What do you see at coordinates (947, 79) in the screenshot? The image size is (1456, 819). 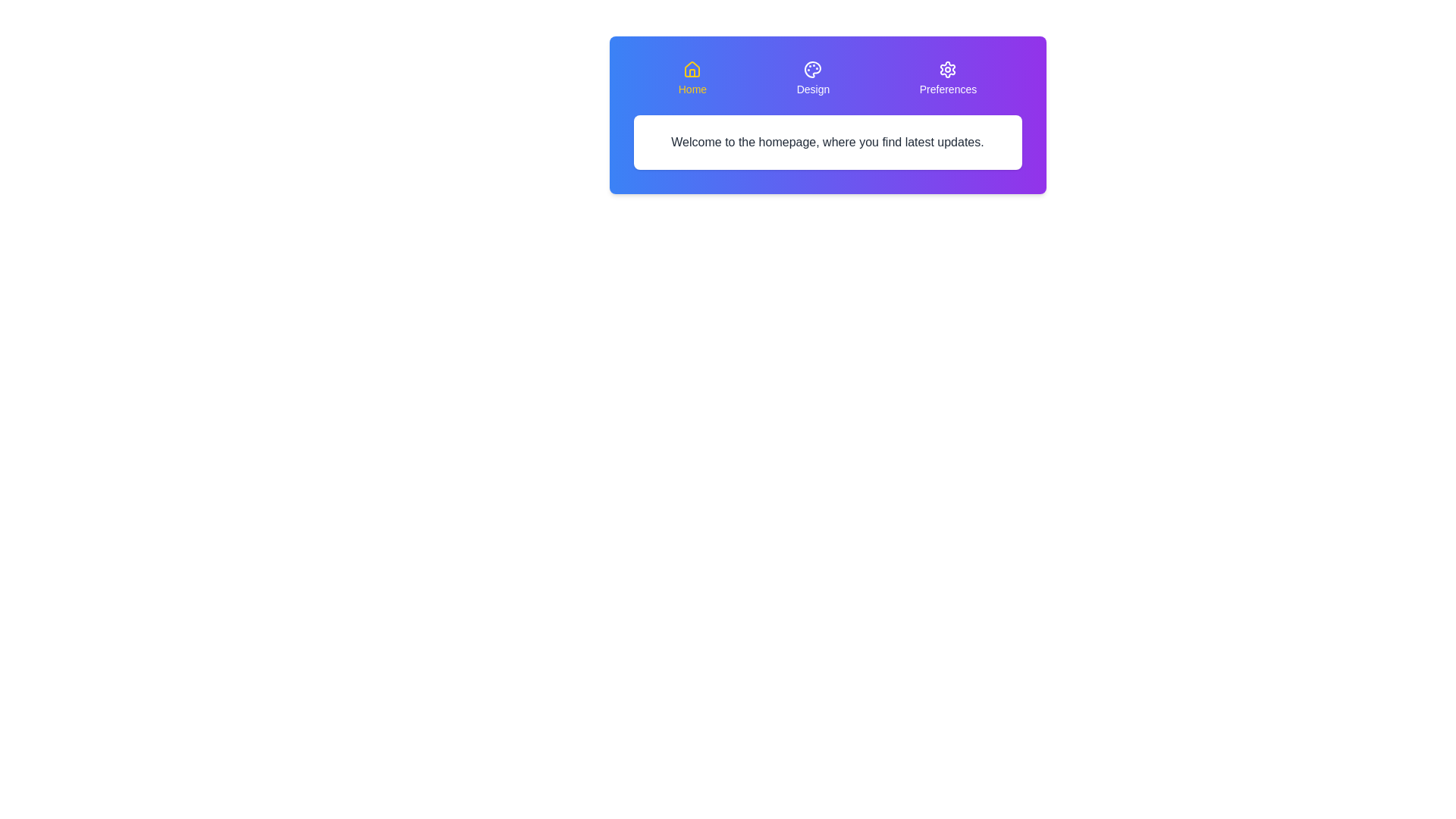 I see `the tab labeled Preferences to observe its hover effect` at bounding box center [947, 79].